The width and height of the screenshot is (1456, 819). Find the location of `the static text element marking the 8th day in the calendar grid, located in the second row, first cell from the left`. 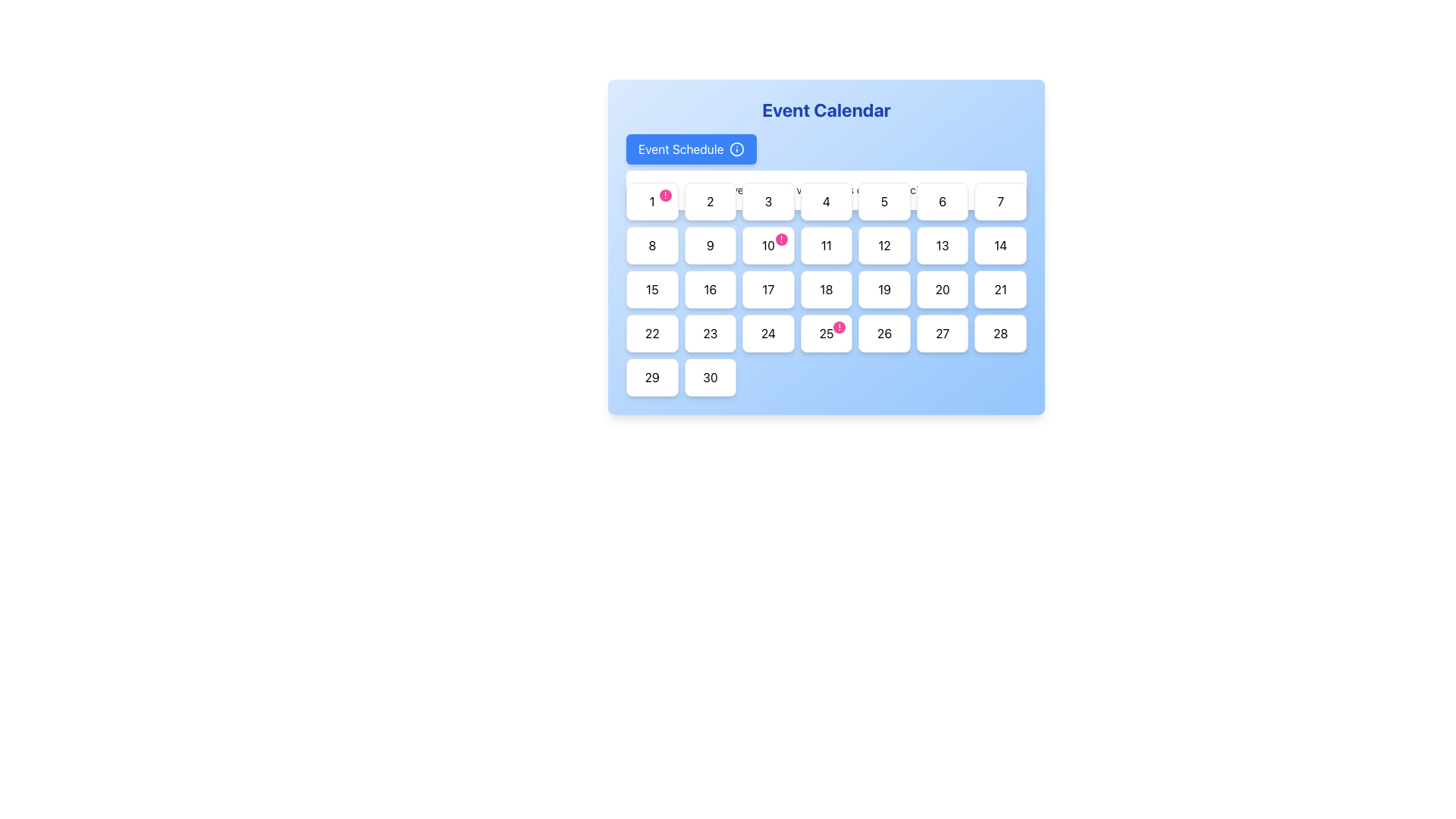

the static text element marking the 8th day in the calendar grid, located in the second row, first cell from the left is located at coordinates (652, 245).